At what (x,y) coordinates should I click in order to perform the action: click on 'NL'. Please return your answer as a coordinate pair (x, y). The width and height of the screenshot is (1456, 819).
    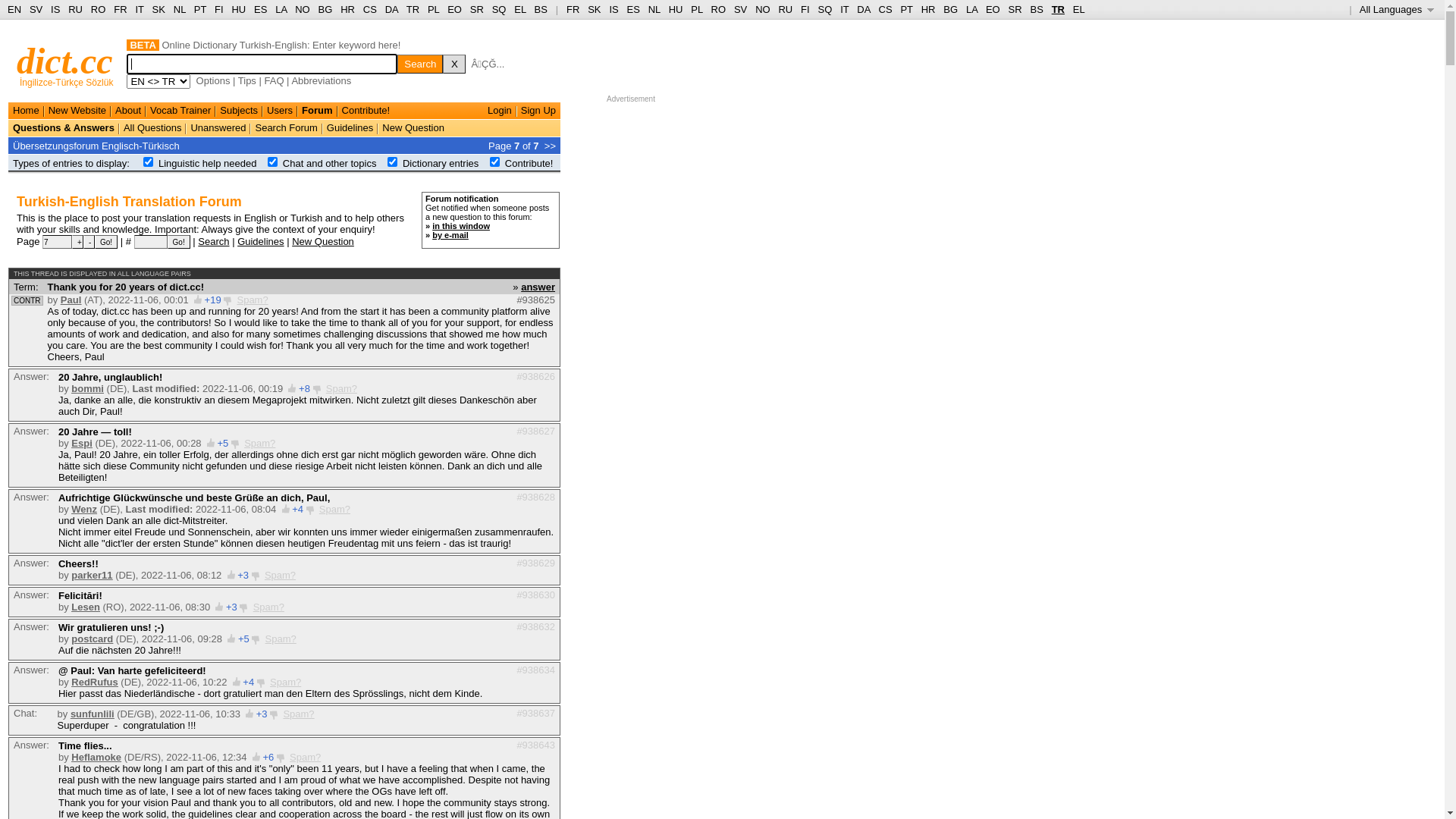
    Looking at the image, I should click on (654, 9).